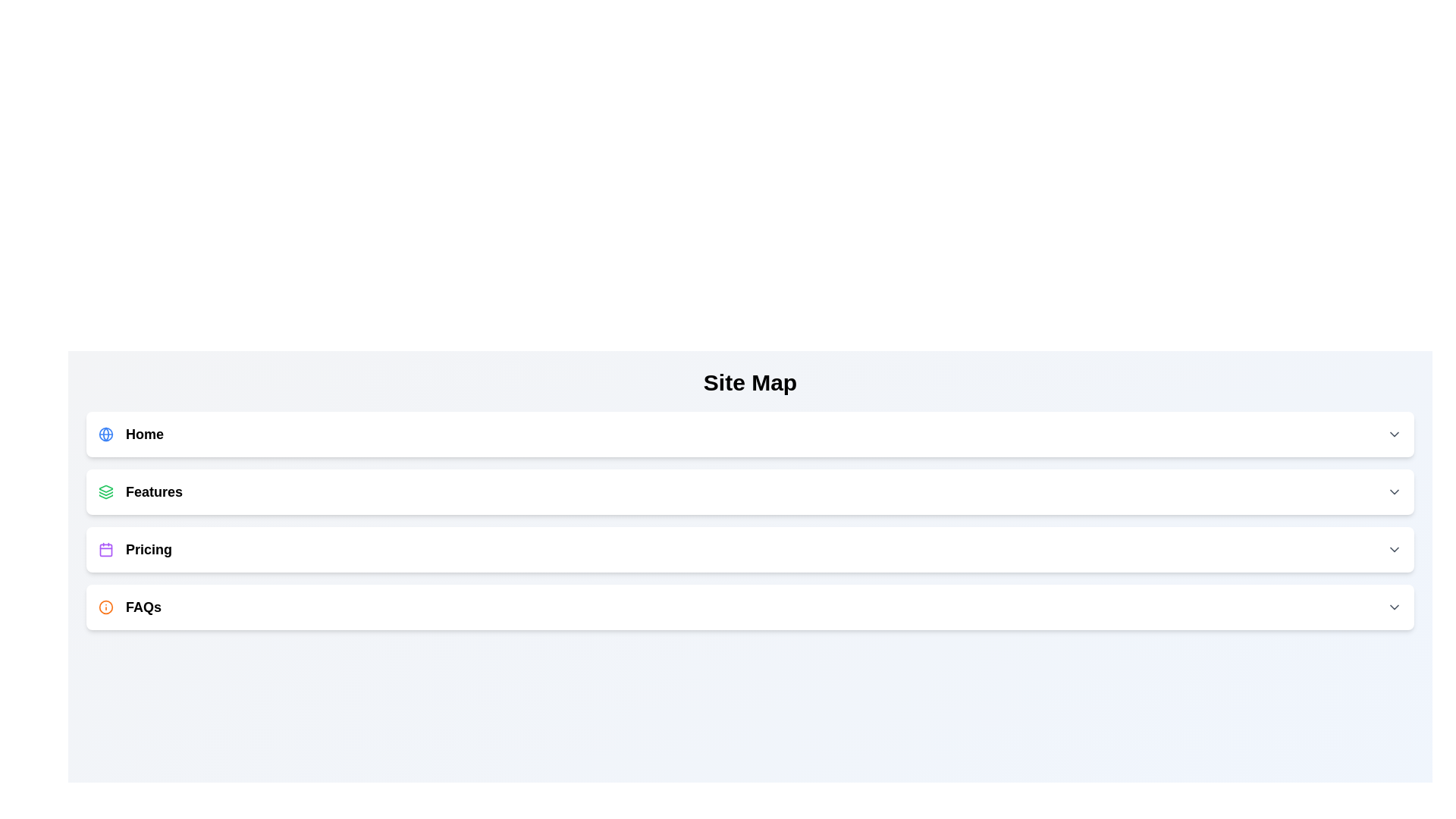 The image size is (1456, 819). What do you see at coordinates (130, 435) in the screenshot?
I see `the 'Home' label with the accompanying icon, which is the first item in the vertically stacked list of 'Features,' 'Pricing,' and 'FAQs.'` at bounding box center [130, 435].